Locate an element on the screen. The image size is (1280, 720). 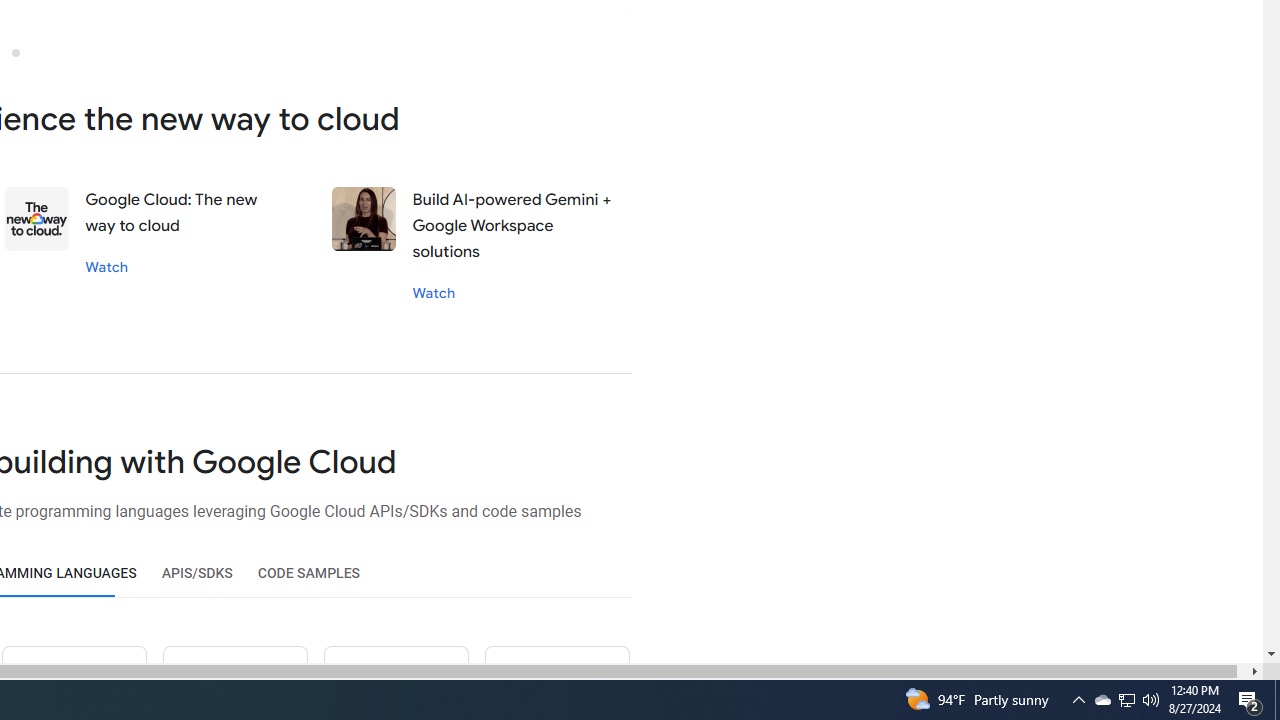
'Watch' is located at coordinates (432, 292).